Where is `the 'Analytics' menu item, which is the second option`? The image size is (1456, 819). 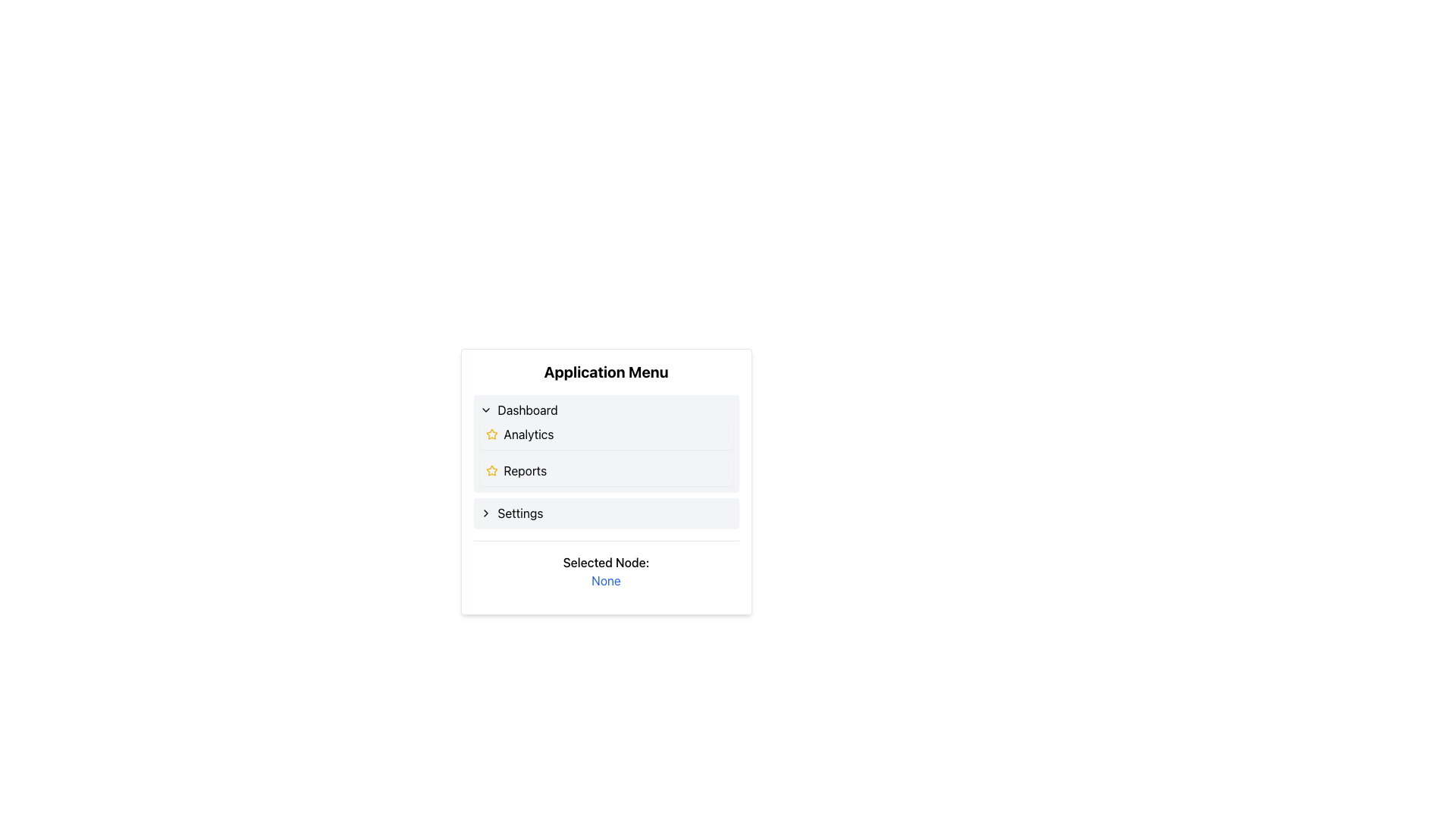
the 'Analytics' menu item, which is the second option is located at coordinates (605, 444).